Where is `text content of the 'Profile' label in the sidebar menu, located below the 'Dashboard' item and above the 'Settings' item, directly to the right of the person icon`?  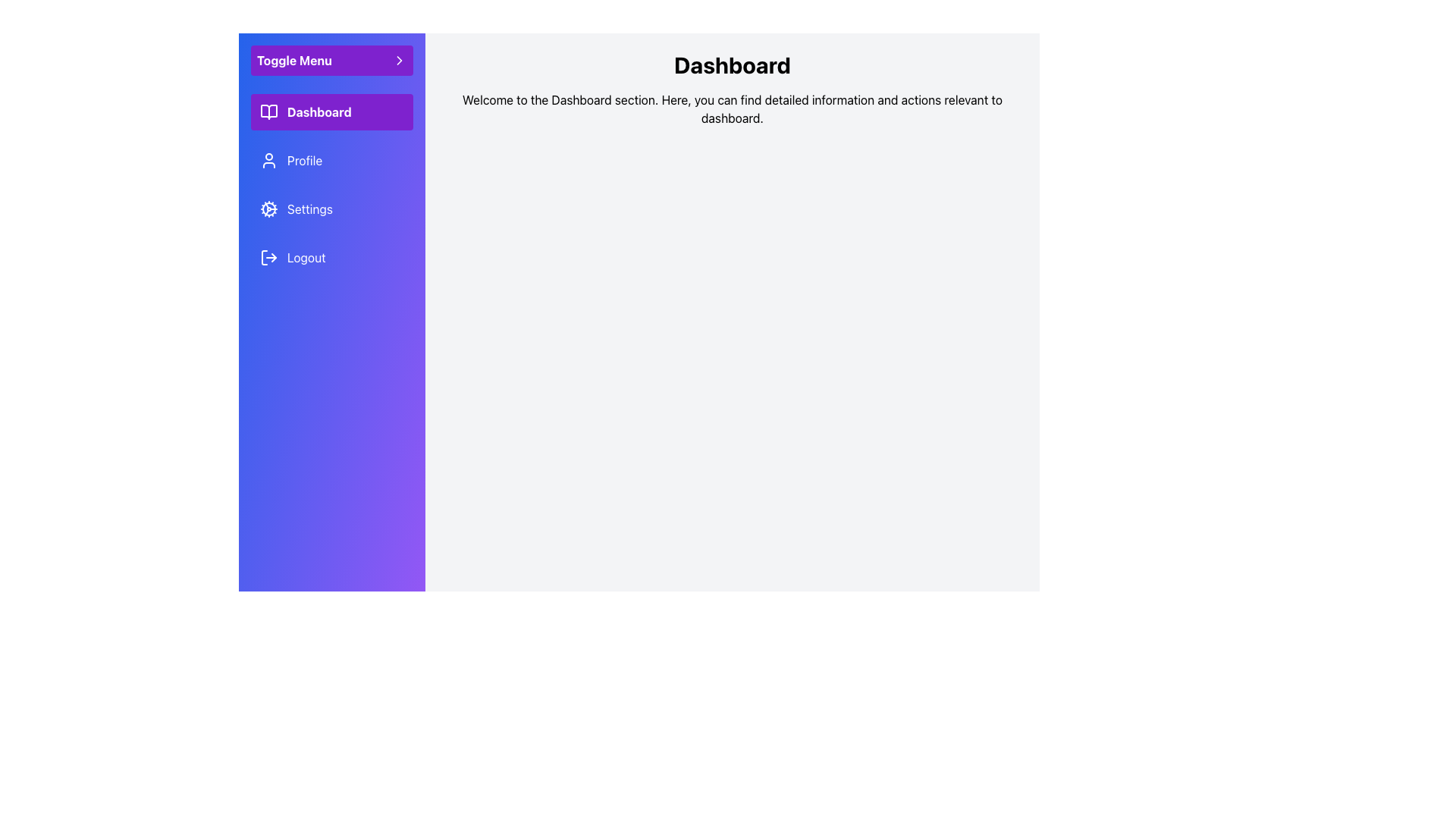 text content of the 'Profile' label in the sidebar menu, located below the 'Dashboard' item and above the 'Settings' item, directly to the right of the person icon is located at coordinates (304, 161).